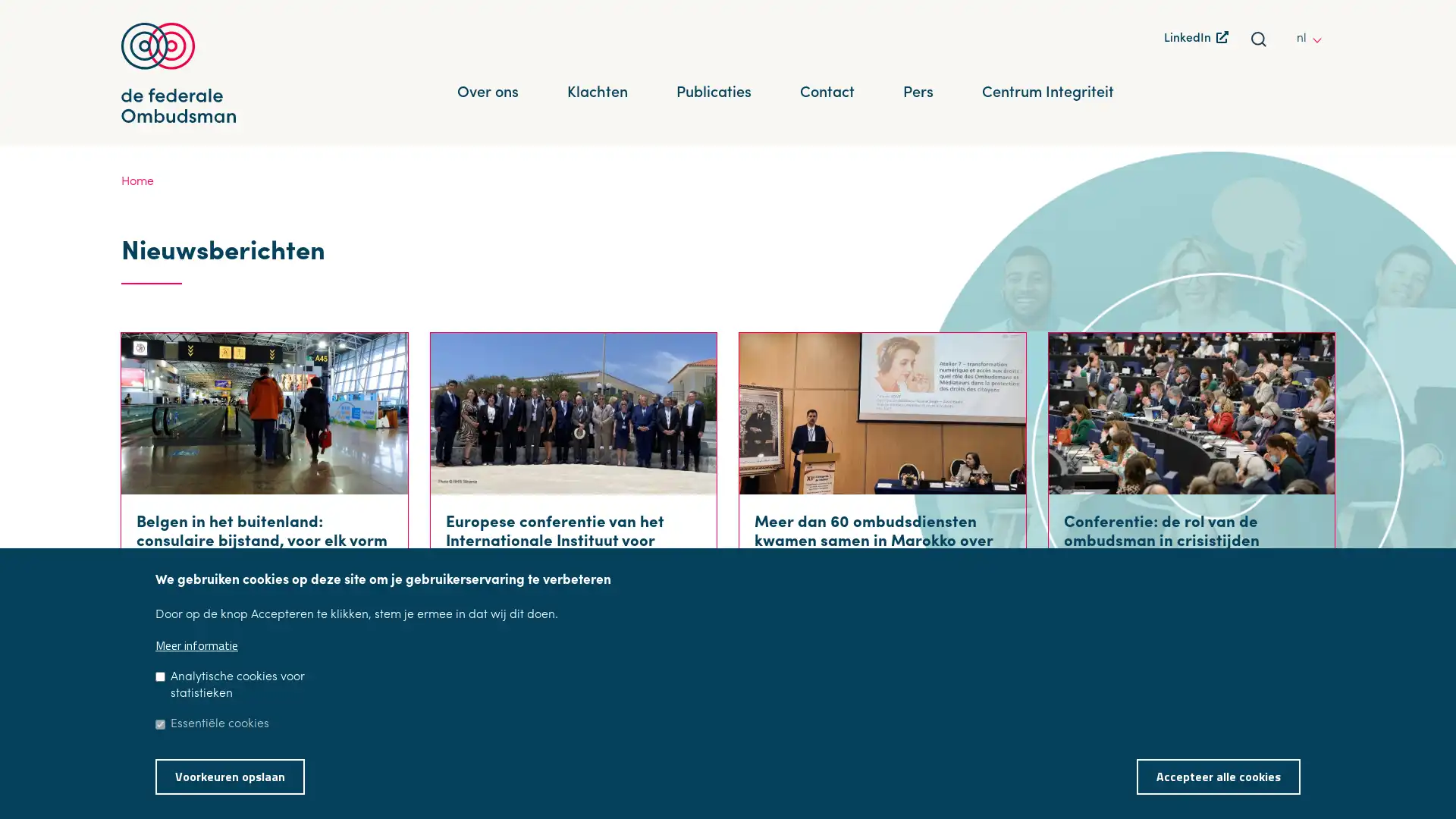 Image resolution: width=1456 pixels, height=819 pixels. Describe the element at coordinates (1319, 766) in the screenshot. I see `Toestemming intrekken` at that location.